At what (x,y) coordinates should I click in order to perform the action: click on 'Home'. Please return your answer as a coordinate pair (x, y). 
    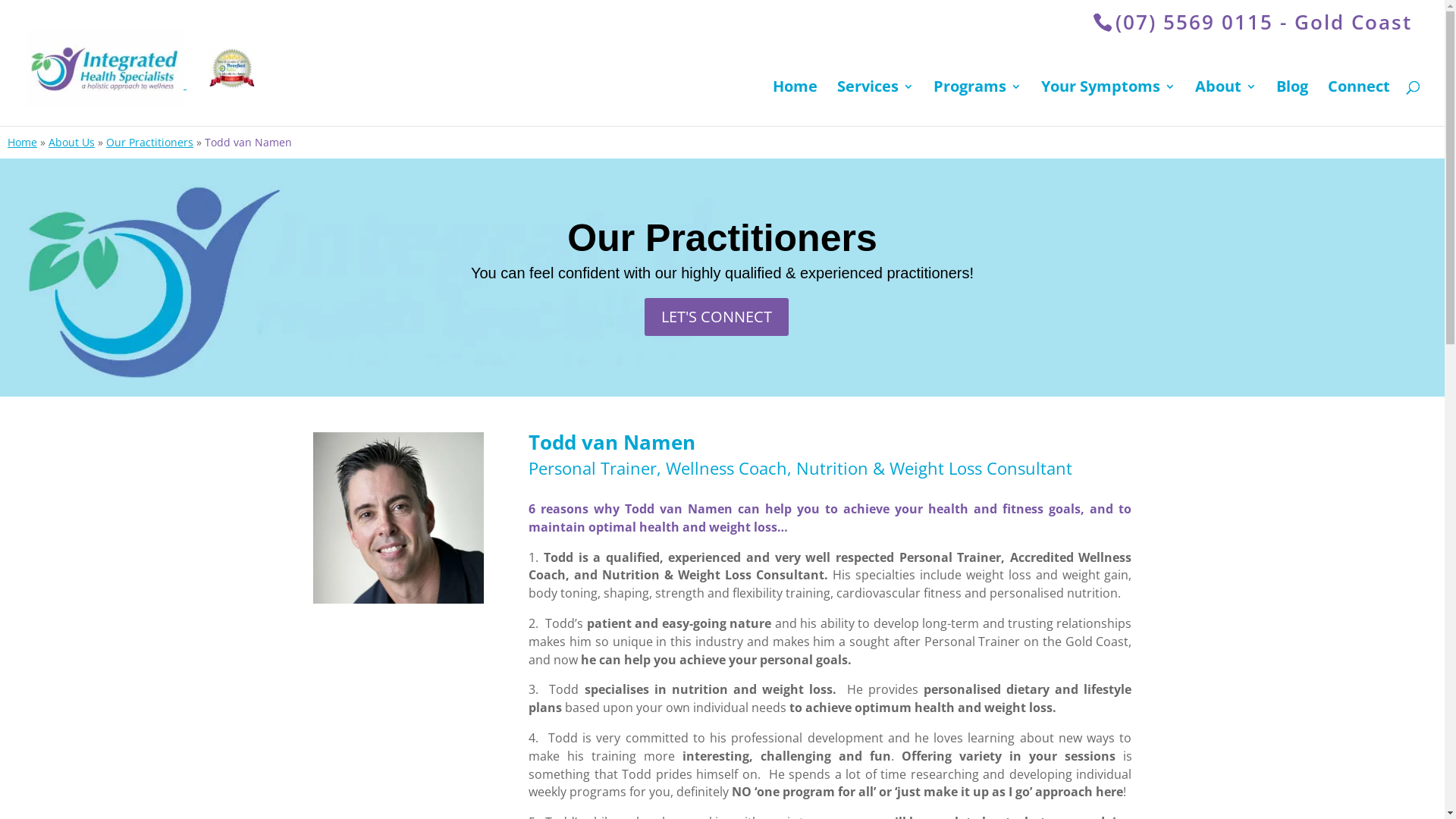
    Looking at the image, I should click on (772, 102).